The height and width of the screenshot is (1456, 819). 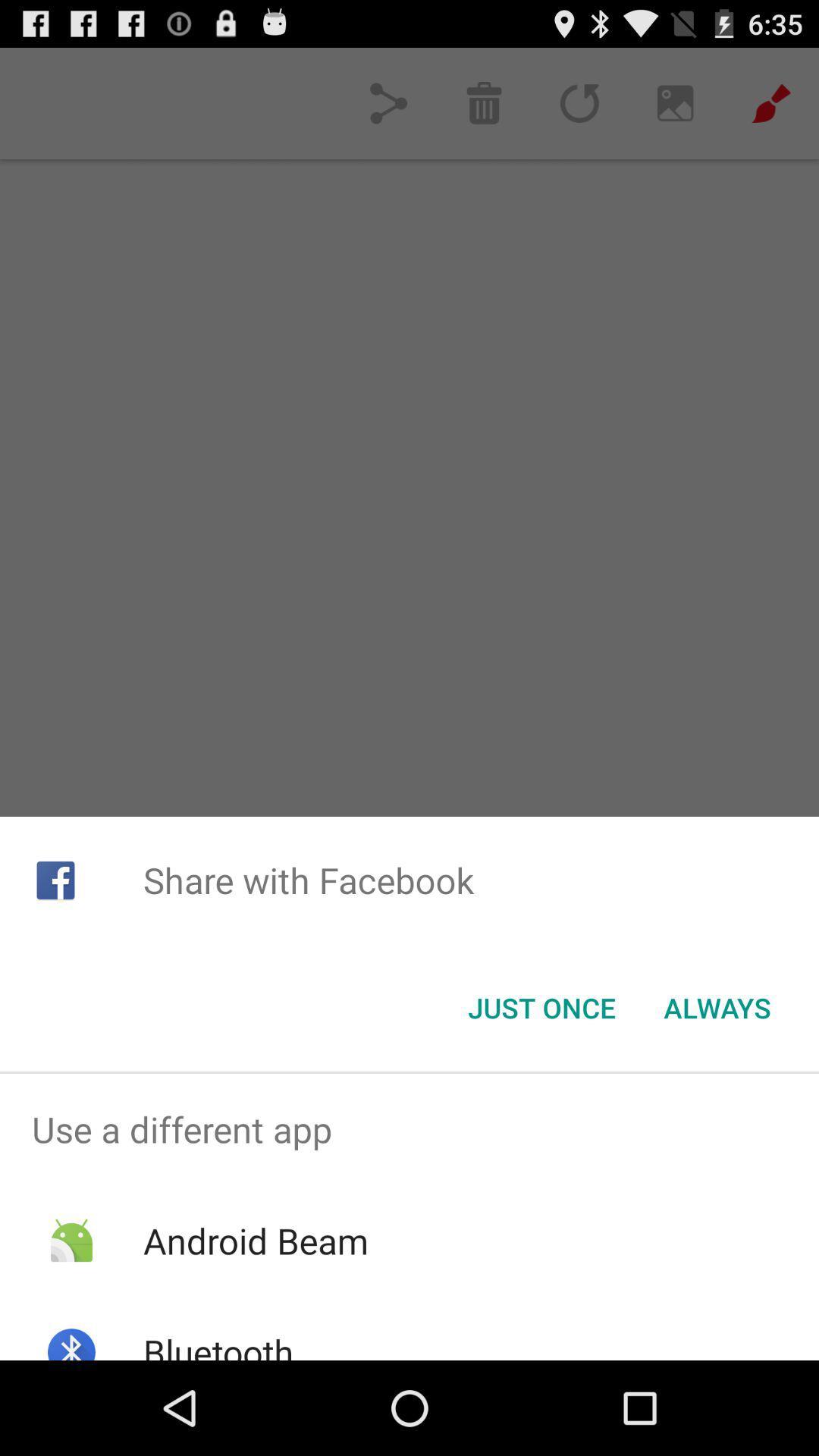 What do you see at coordinates (541, 1008) in the screenshot?
I see `icon to the left of always icon` at bounding box center [541, 1008].